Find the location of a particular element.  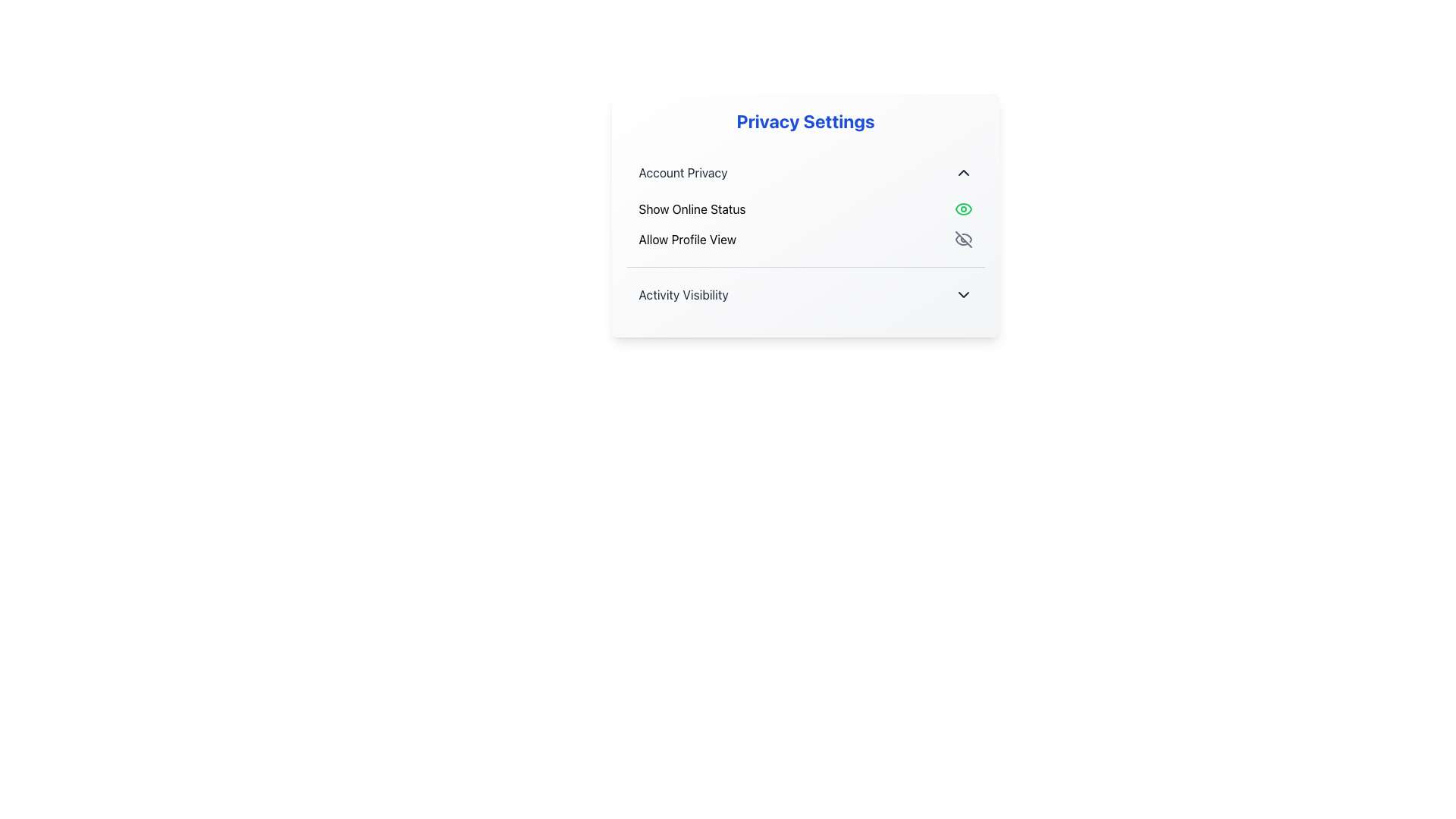

the inner curve of the eye-off icon located to the right of the 'Allow Profile View' label in the 'Privacy Settings' section is located at coordinates (965, 237).